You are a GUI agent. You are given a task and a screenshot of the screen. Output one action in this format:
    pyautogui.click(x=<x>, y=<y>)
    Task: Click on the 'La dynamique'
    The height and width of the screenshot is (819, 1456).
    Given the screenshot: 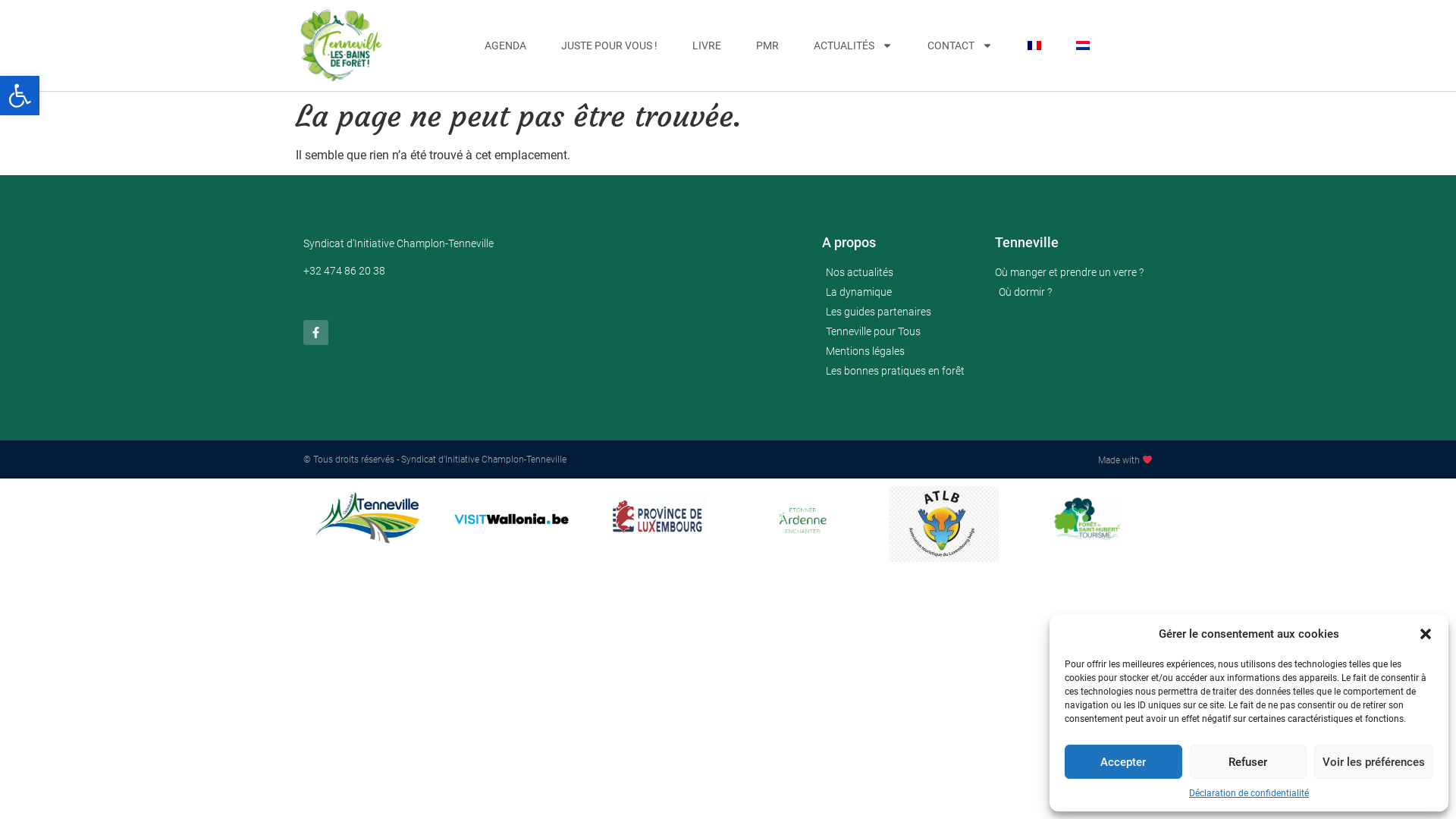 What is the action you would take?
    pyautogui.click(x=901, y=292)
    